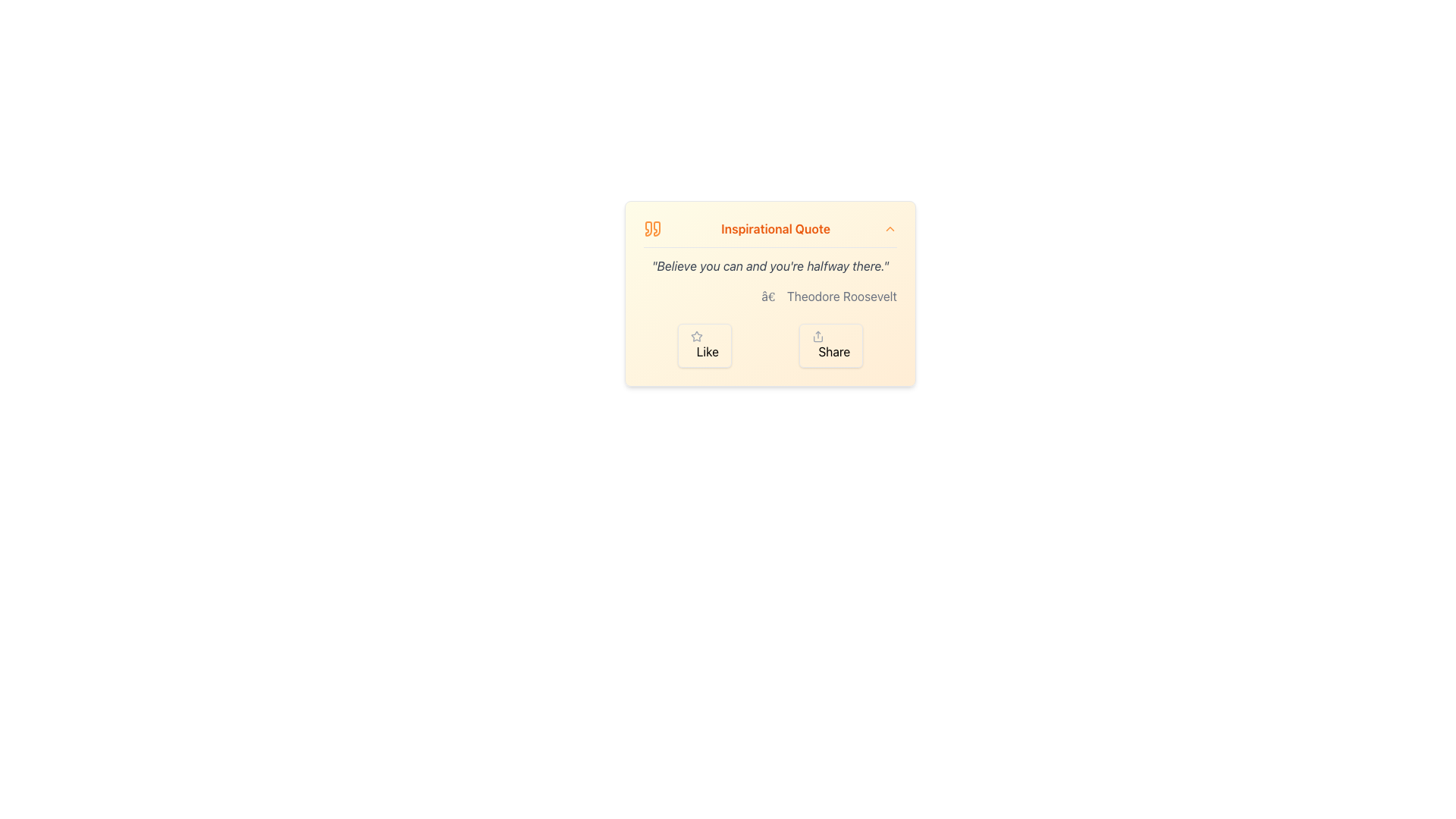 The height and width of the screenshot is (819, 1456). I want to click on the button labeled 'Share' located in the bottom-right of the centered card interface, so click(833, 351).